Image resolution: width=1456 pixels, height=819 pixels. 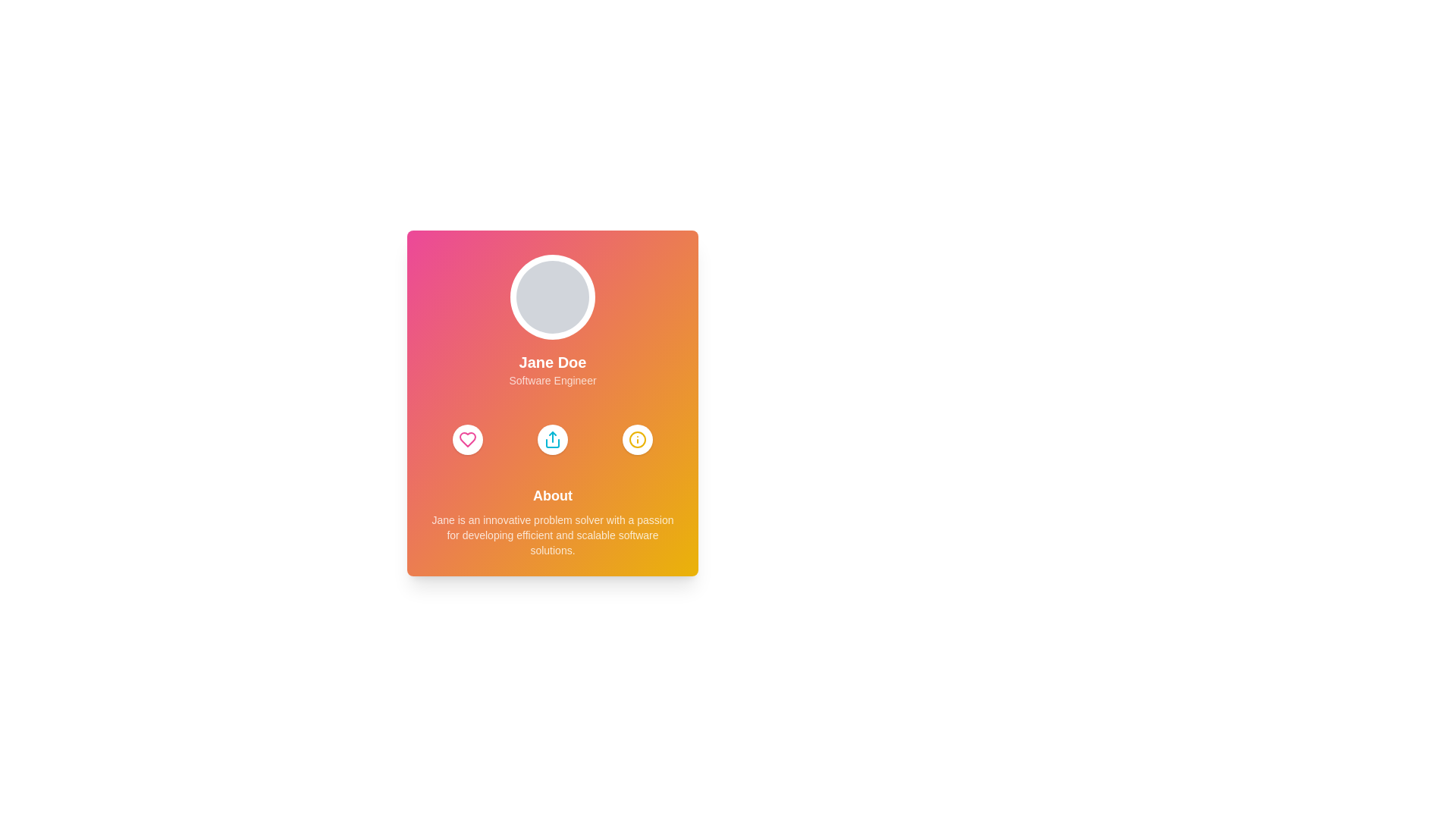 I want to click on the bold 'About' heading text, which is centrally located at the lower section of a colored card layout, positioned above a descriptive paragraph and below three circular icons, so click(x=552, y=496).